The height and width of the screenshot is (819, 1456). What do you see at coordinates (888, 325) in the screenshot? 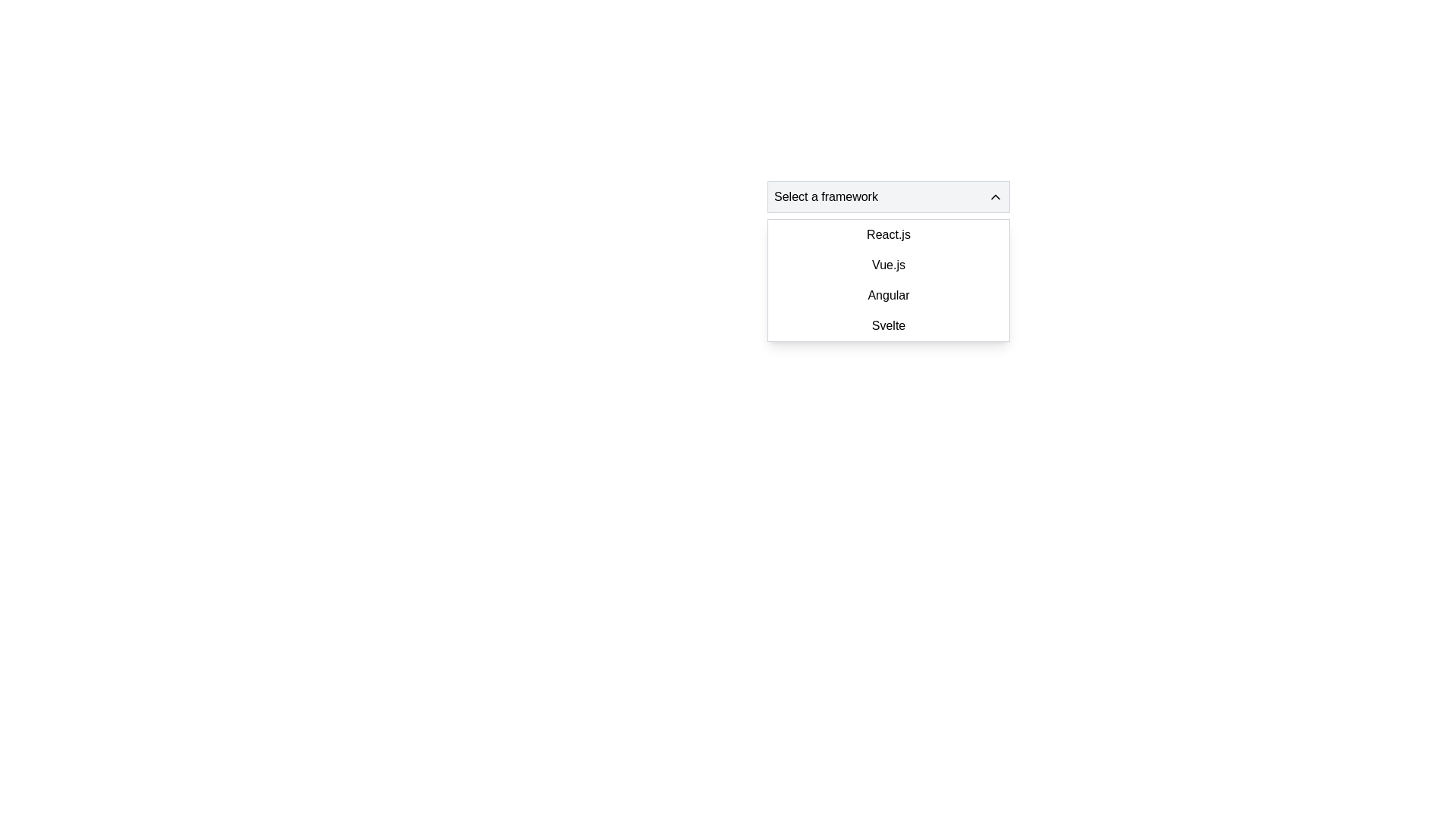
I see `the text label displaying 'Svelte' in the dropdown menu` at bounding box center [888, 325].